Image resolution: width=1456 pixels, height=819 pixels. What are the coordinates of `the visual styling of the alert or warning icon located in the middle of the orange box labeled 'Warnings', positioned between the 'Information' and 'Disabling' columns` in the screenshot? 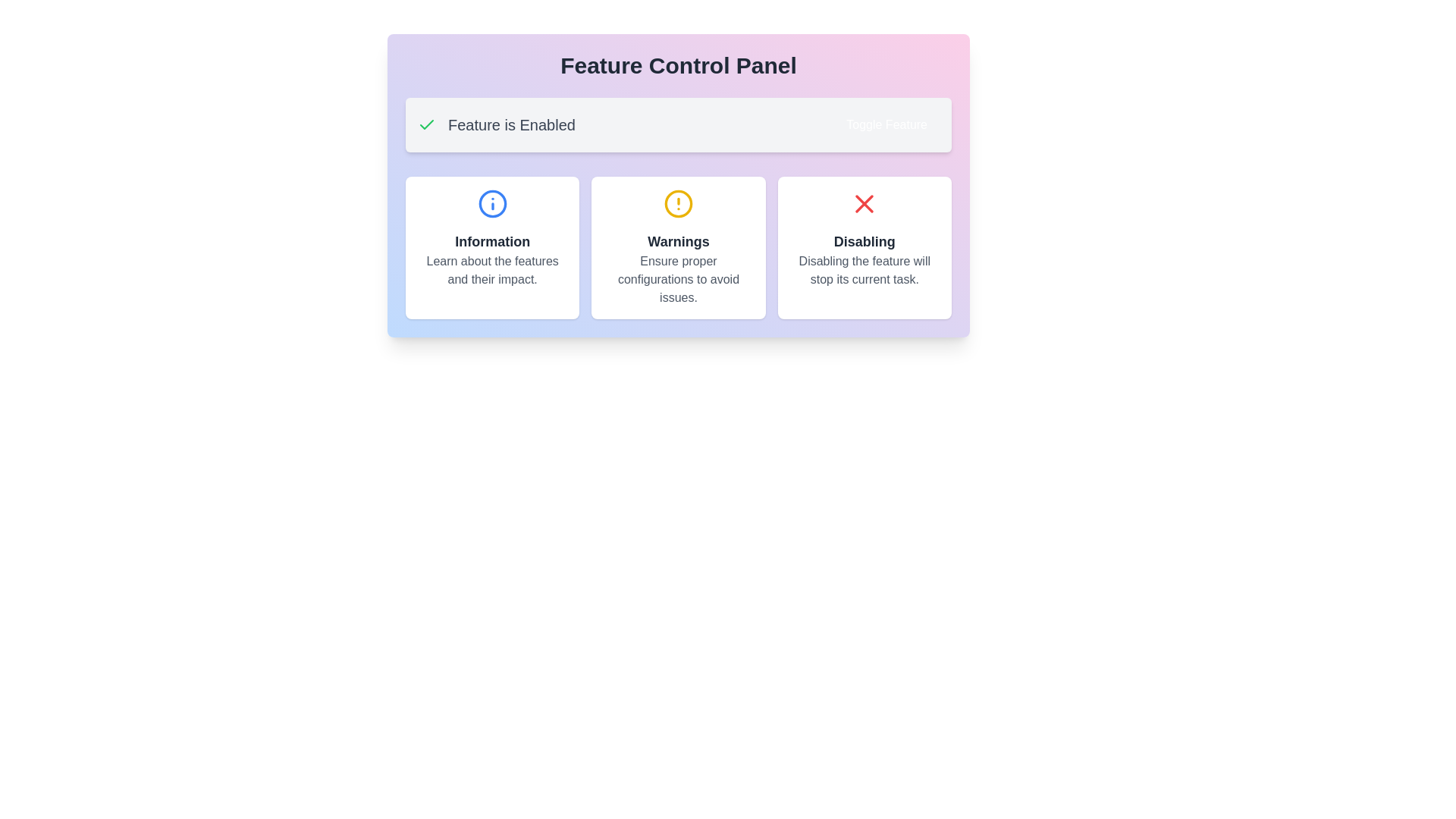 It's located at (677, 203).